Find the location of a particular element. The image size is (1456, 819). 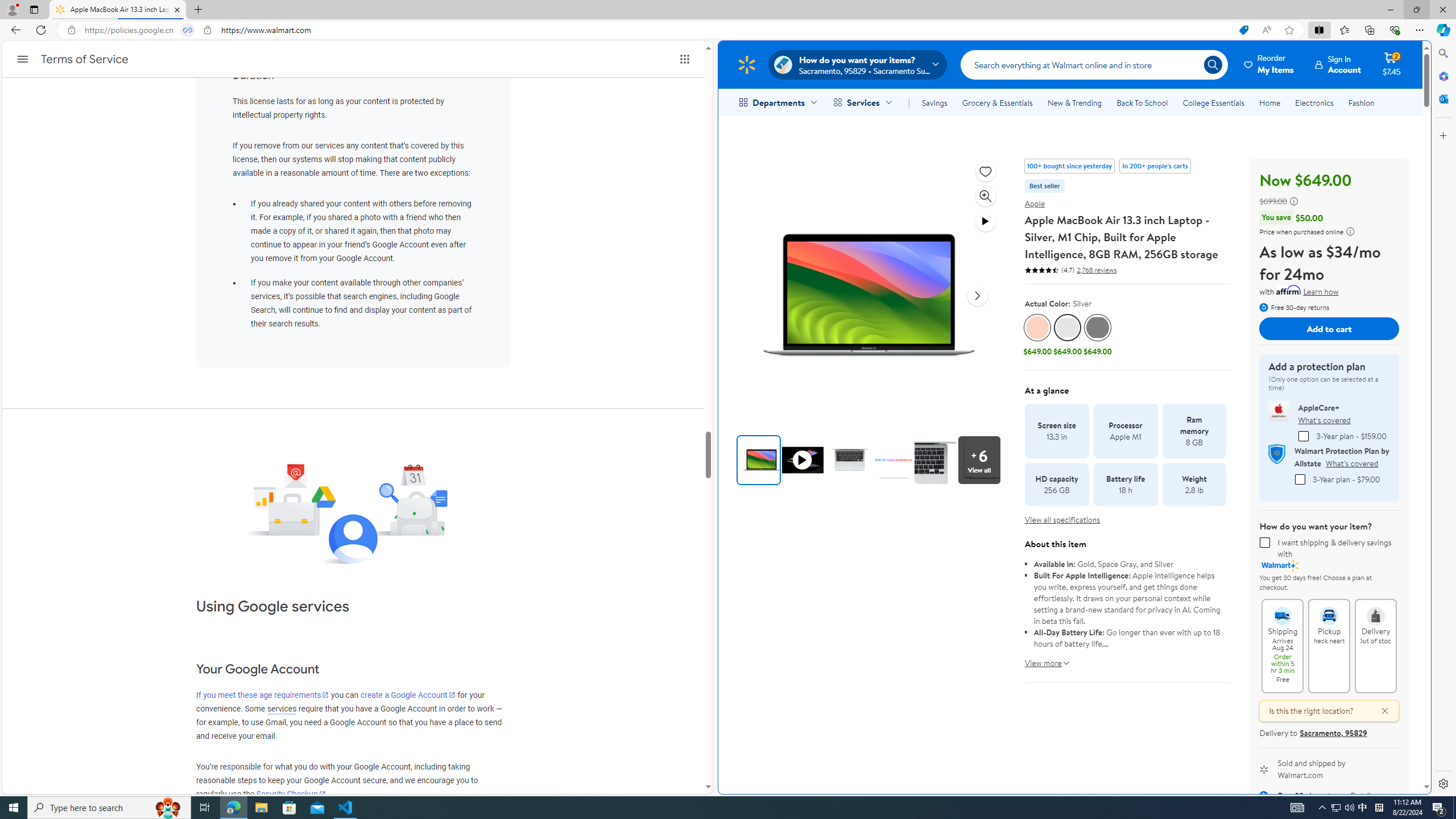

'Pickup Check nearby' is located at coordinates (1329, 610).